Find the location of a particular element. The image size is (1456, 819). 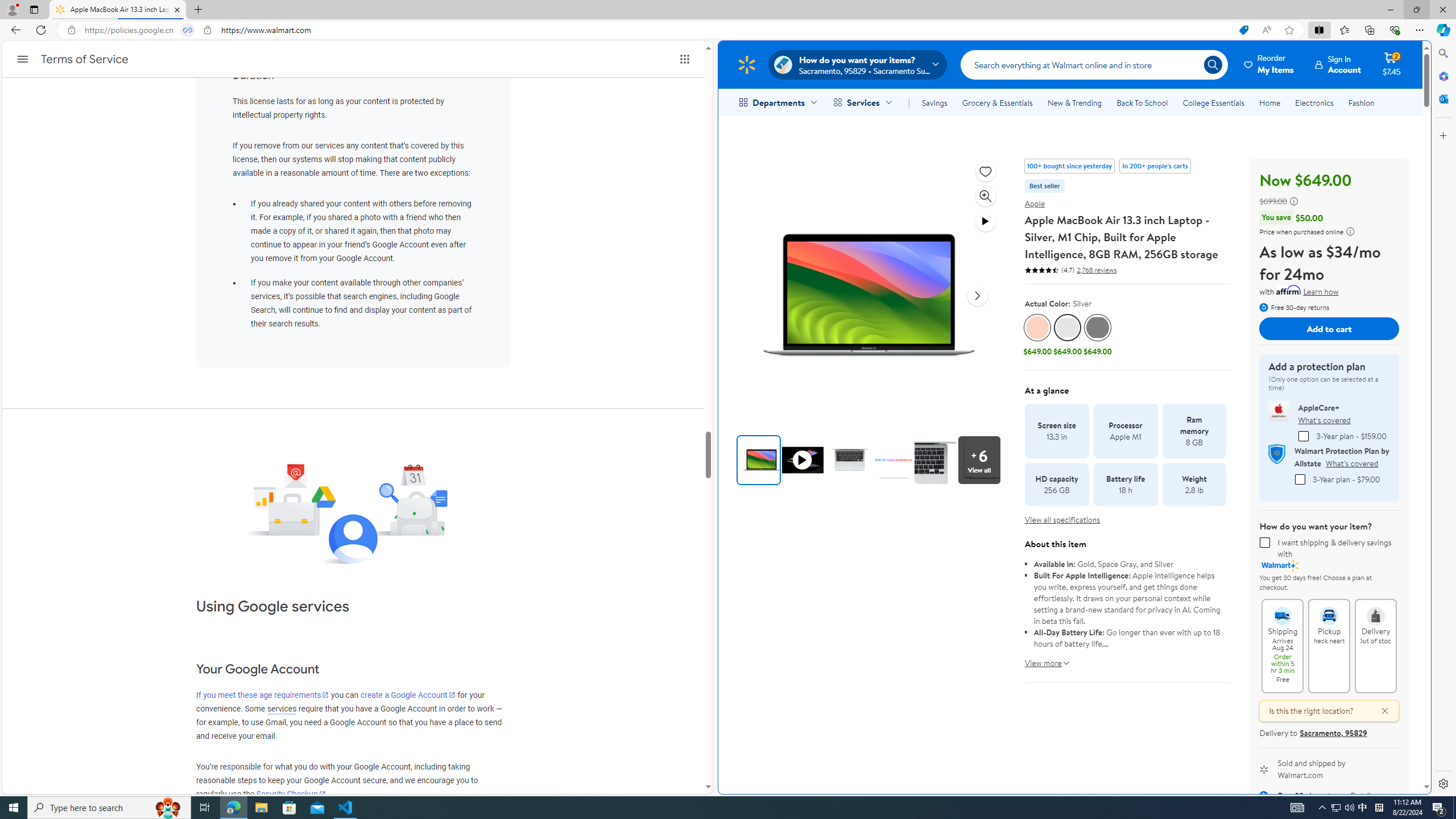

'Pickup Check nearby' is located at coordinates (1329, 610).